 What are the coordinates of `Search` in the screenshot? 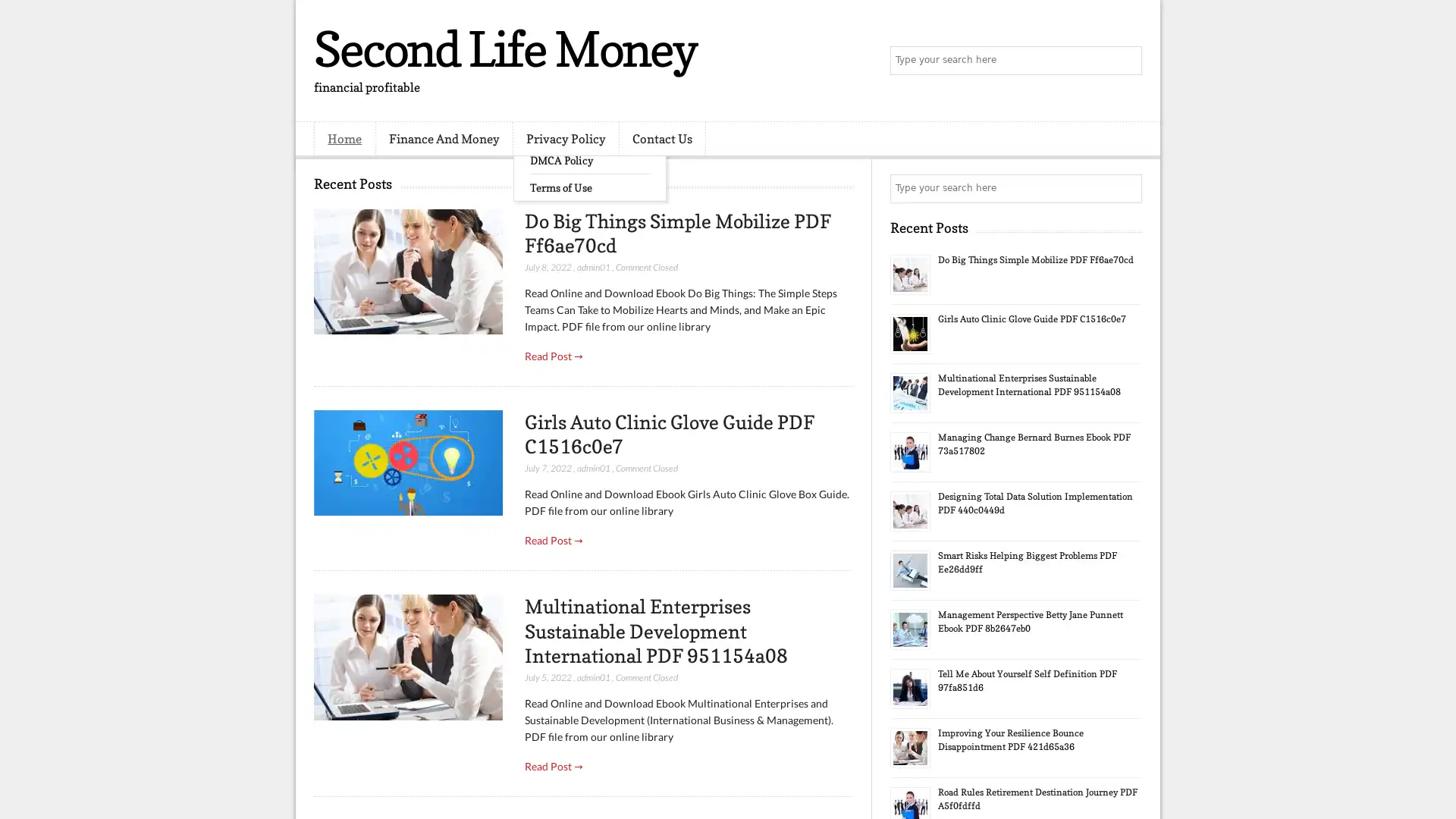 It's located at (1126, 188).